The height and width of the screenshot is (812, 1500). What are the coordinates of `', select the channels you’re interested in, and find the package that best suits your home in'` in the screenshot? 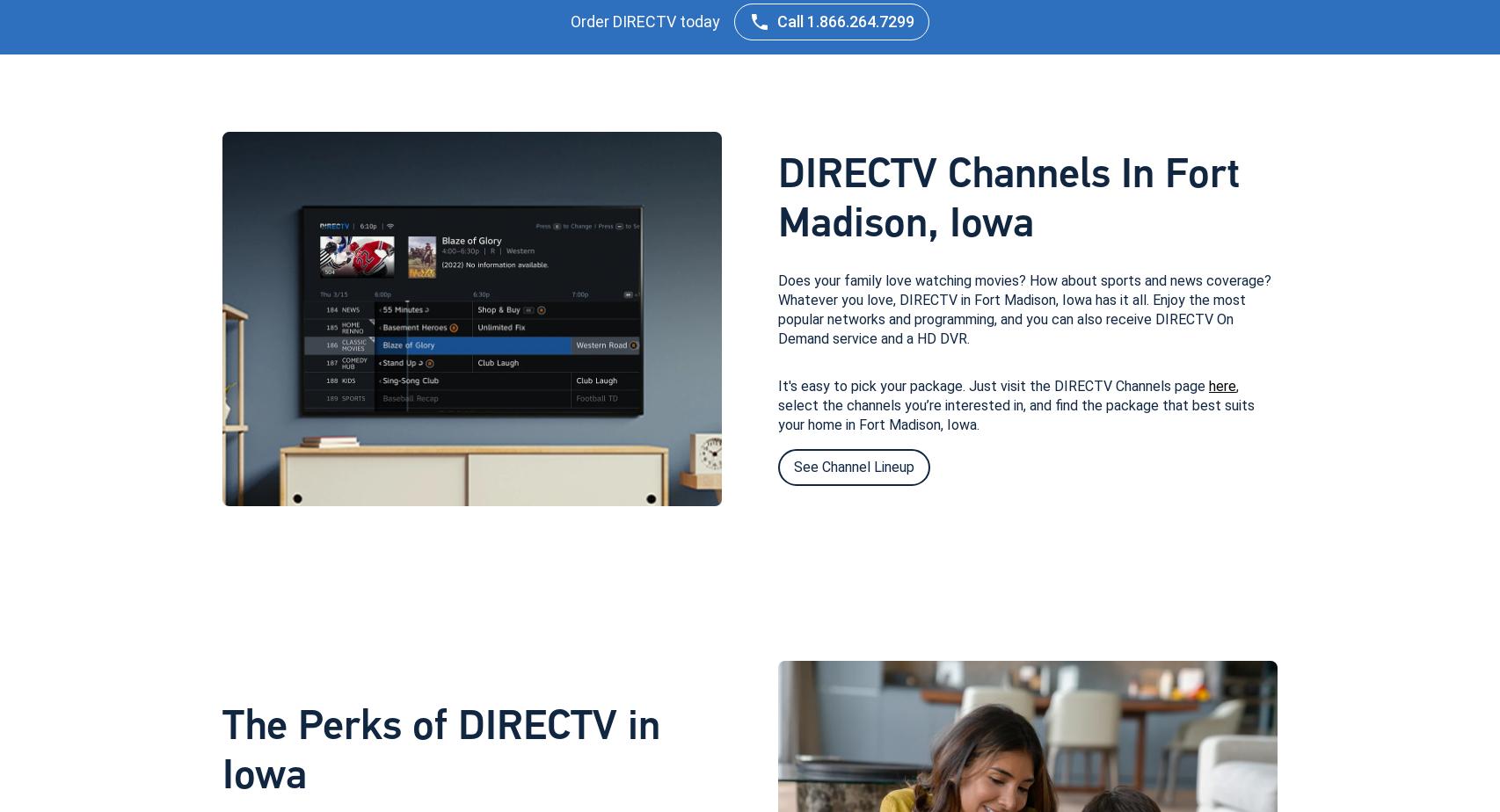 It's located at (1016, 404).